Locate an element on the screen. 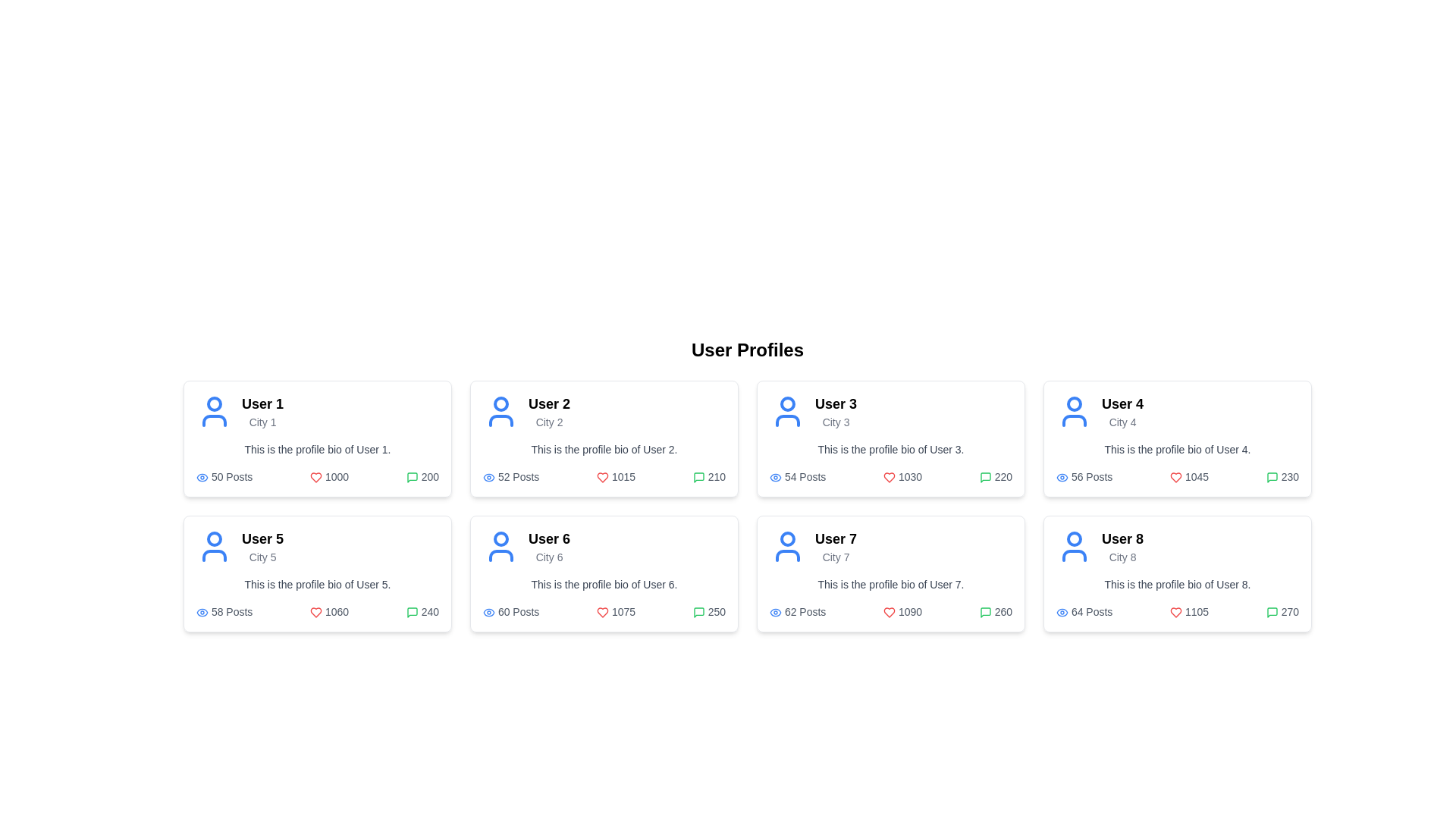 Image resolution: width=1456 pixels, height=819 pixels. the heart icon indicating the like count for 'User 5', which is located next to the number 1060 in the lower section of the user card is located at coordinates (315, 612).